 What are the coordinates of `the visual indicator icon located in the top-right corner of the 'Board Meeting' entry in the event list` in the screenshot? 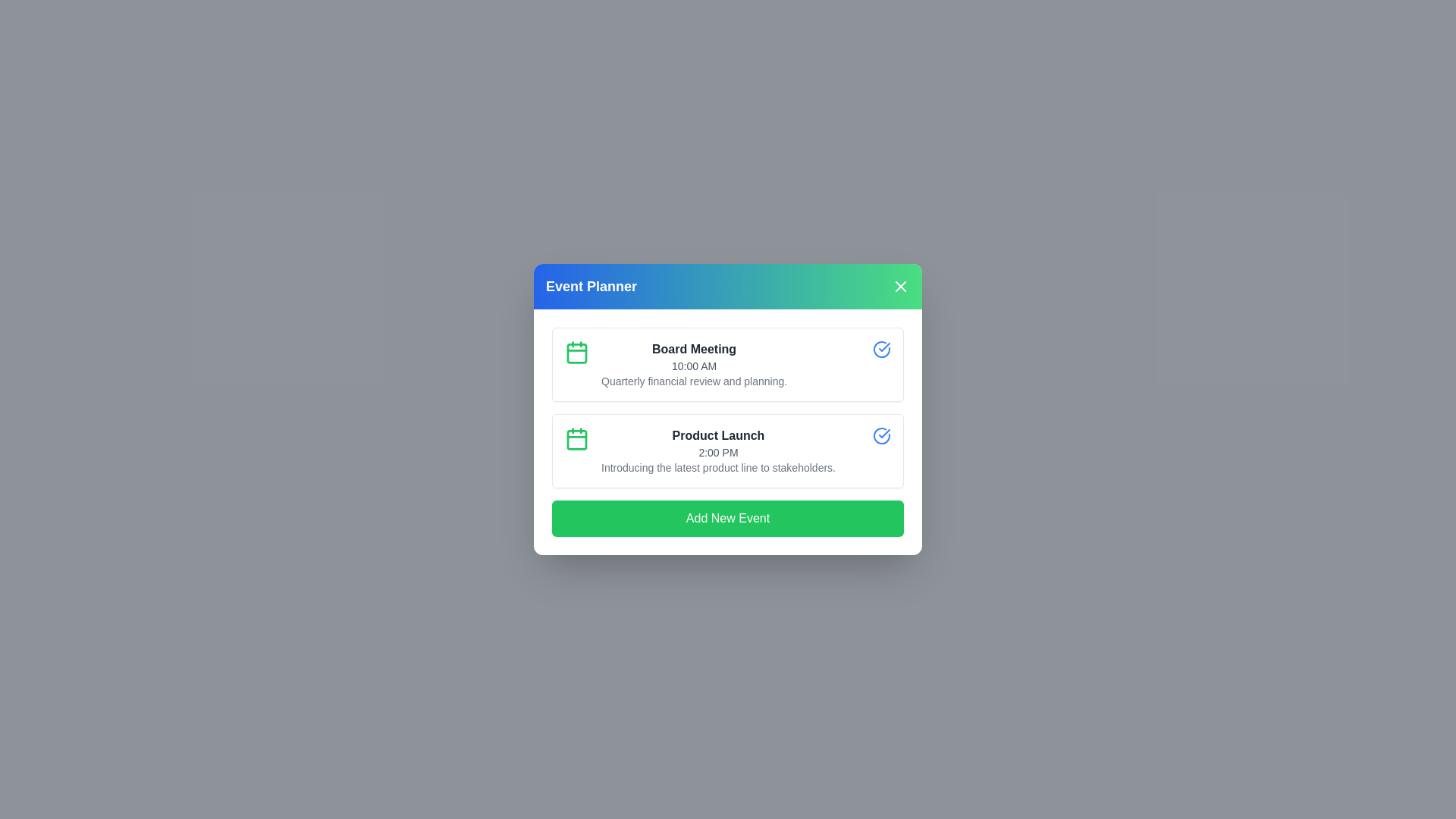 It's located at (884, 433).